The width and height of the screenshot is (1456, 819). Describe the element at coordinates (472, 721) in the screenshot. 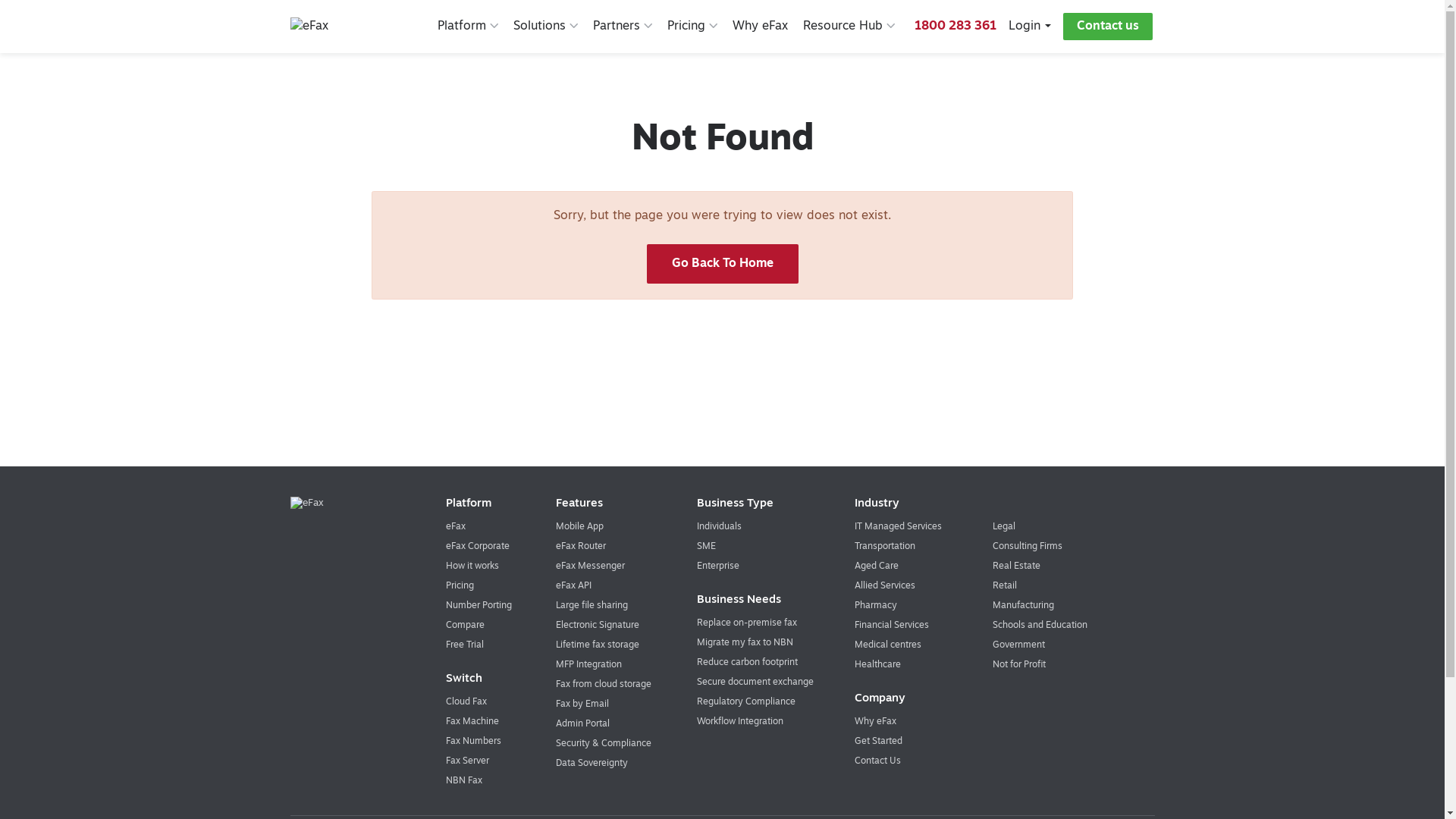

I see `'Fax Machine'` at that location.